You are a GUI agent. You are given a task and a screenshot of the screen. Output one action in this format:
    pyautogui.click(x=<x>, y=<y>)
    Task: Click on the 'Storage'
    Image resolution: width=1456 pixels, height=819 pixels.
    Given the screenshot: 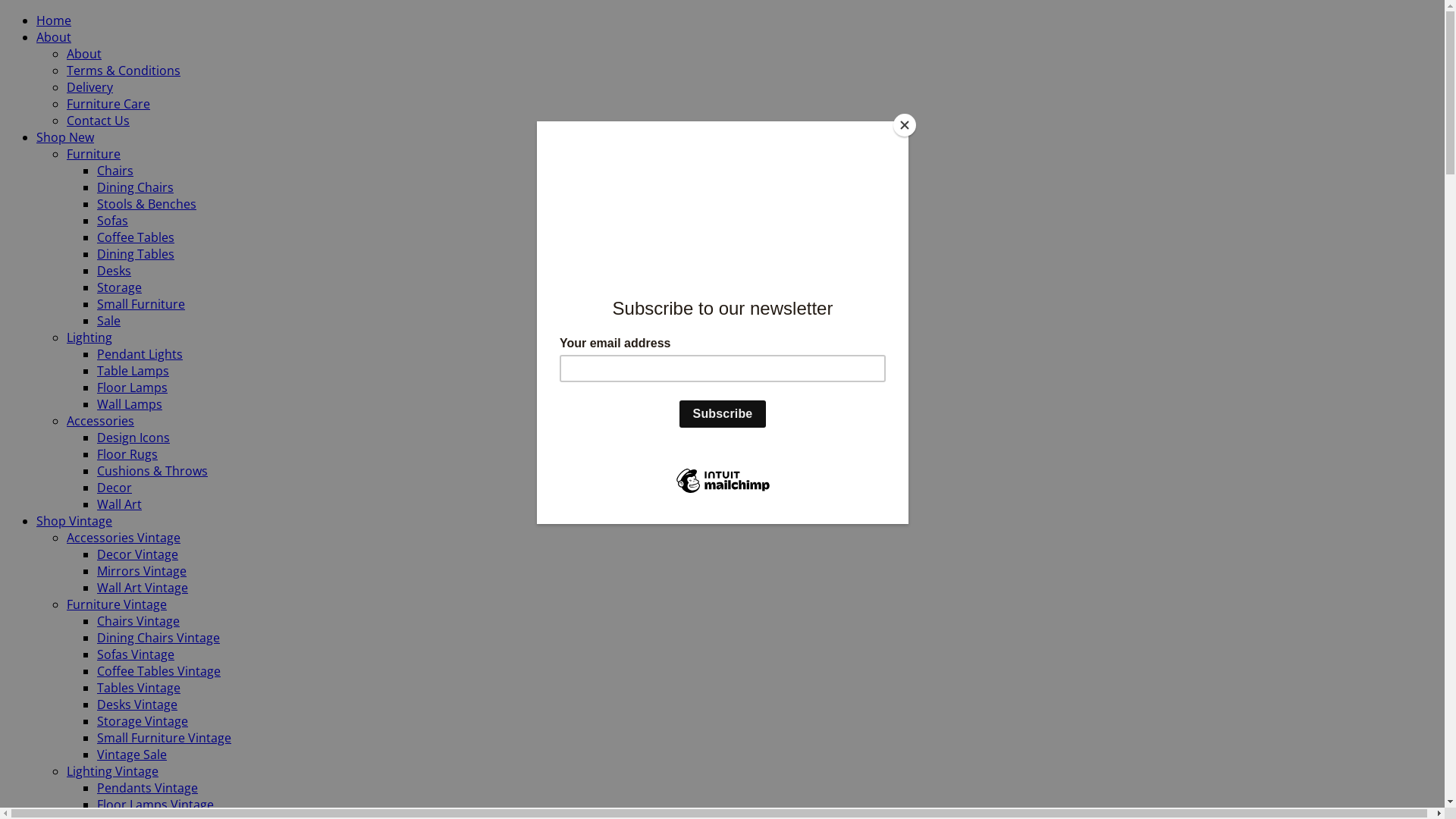 What is the action you would take?
    pyautogui.click(x=118, y=287)
    